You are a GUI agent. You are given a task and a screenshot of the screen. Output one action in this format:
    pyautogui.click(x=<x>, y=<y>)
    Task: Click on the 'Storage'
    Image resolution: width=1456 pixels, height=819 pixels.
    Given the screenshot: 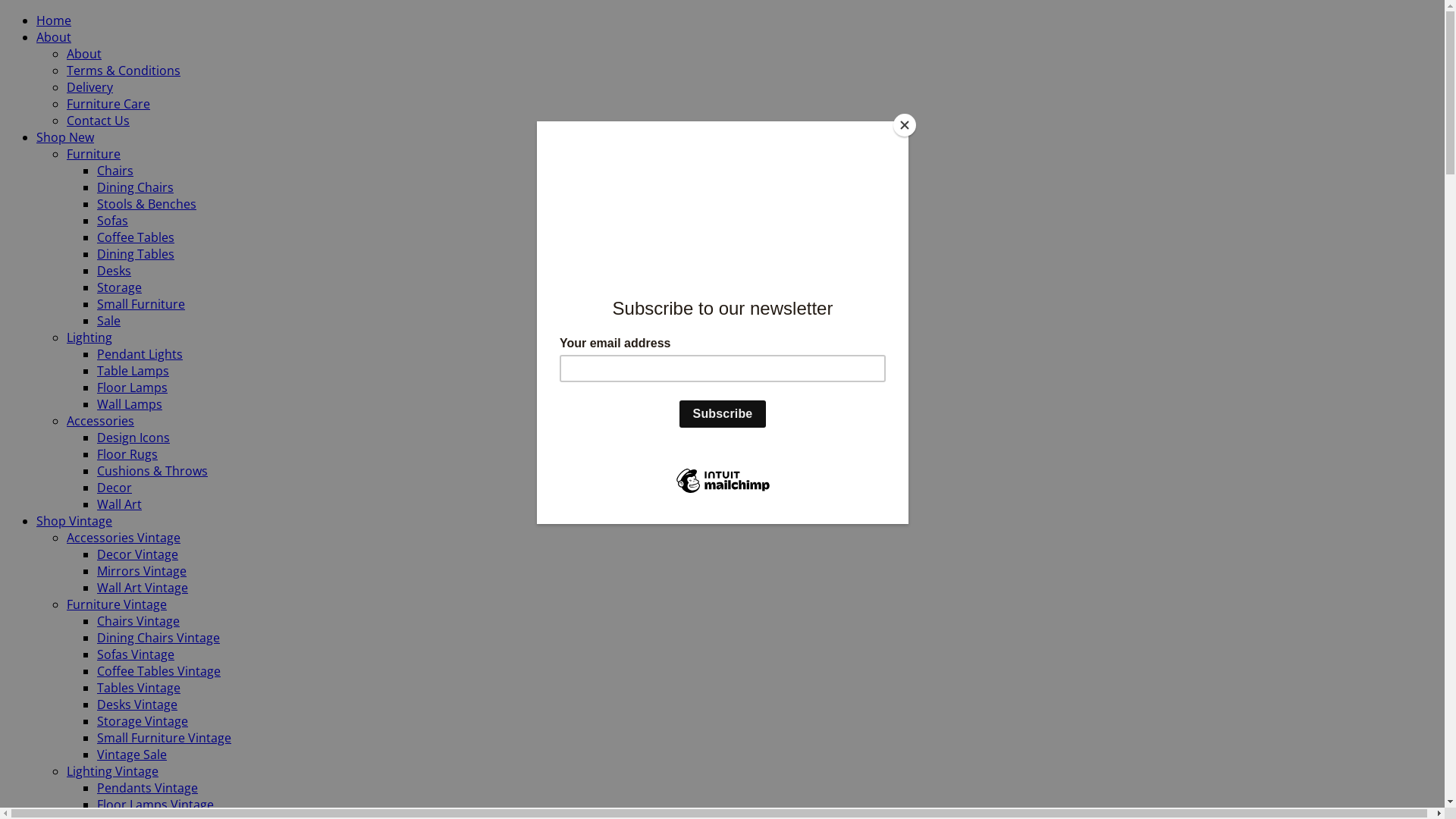 What is the action you would take?
    pyautogui.click(x=118, y=287)
    